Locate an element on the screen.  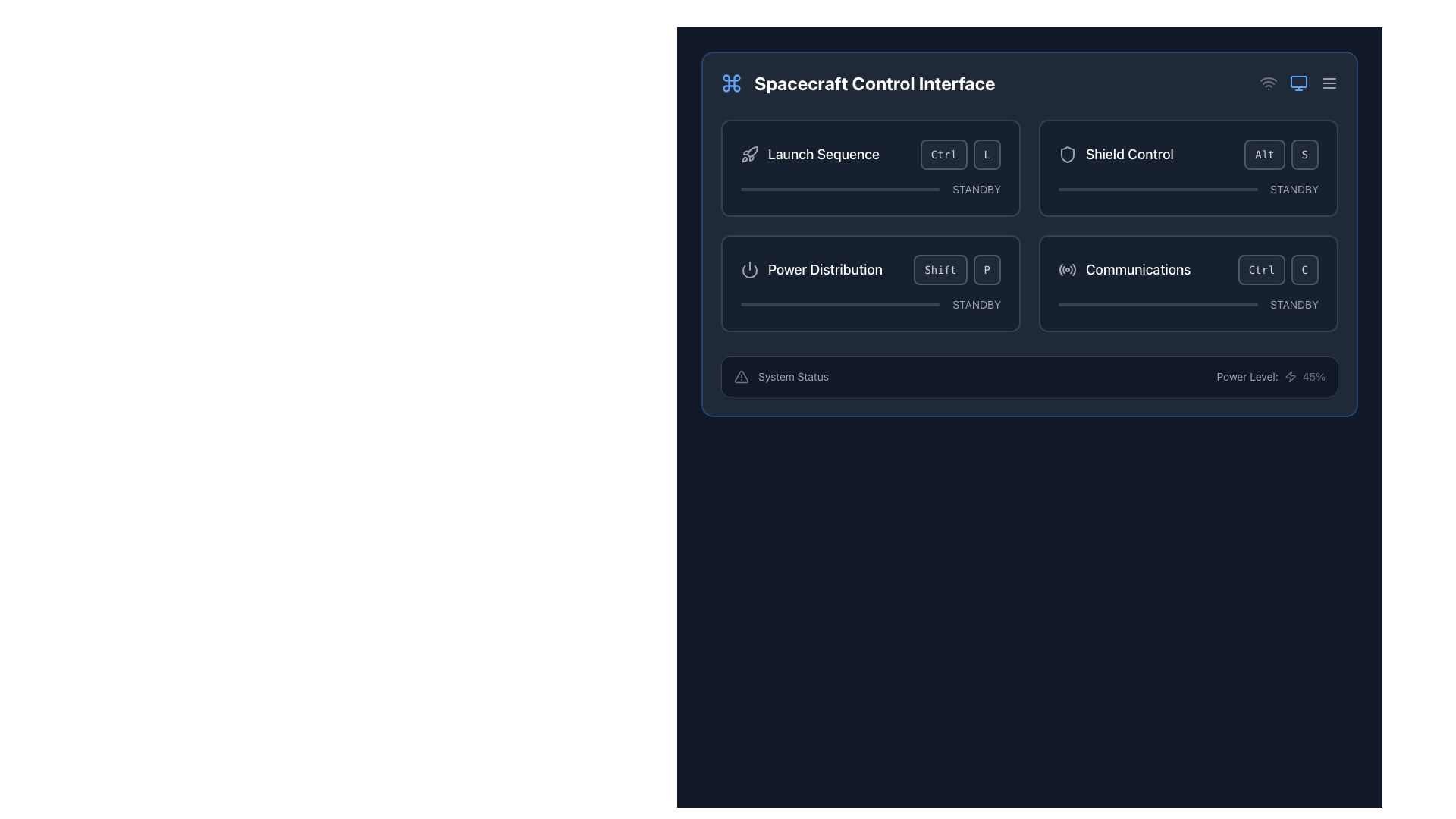
the interactive button representing the 'Power Distribution' functionality, located next to the text 'P' within the 'Power Distribution' box is located at coordinates (956, 268).